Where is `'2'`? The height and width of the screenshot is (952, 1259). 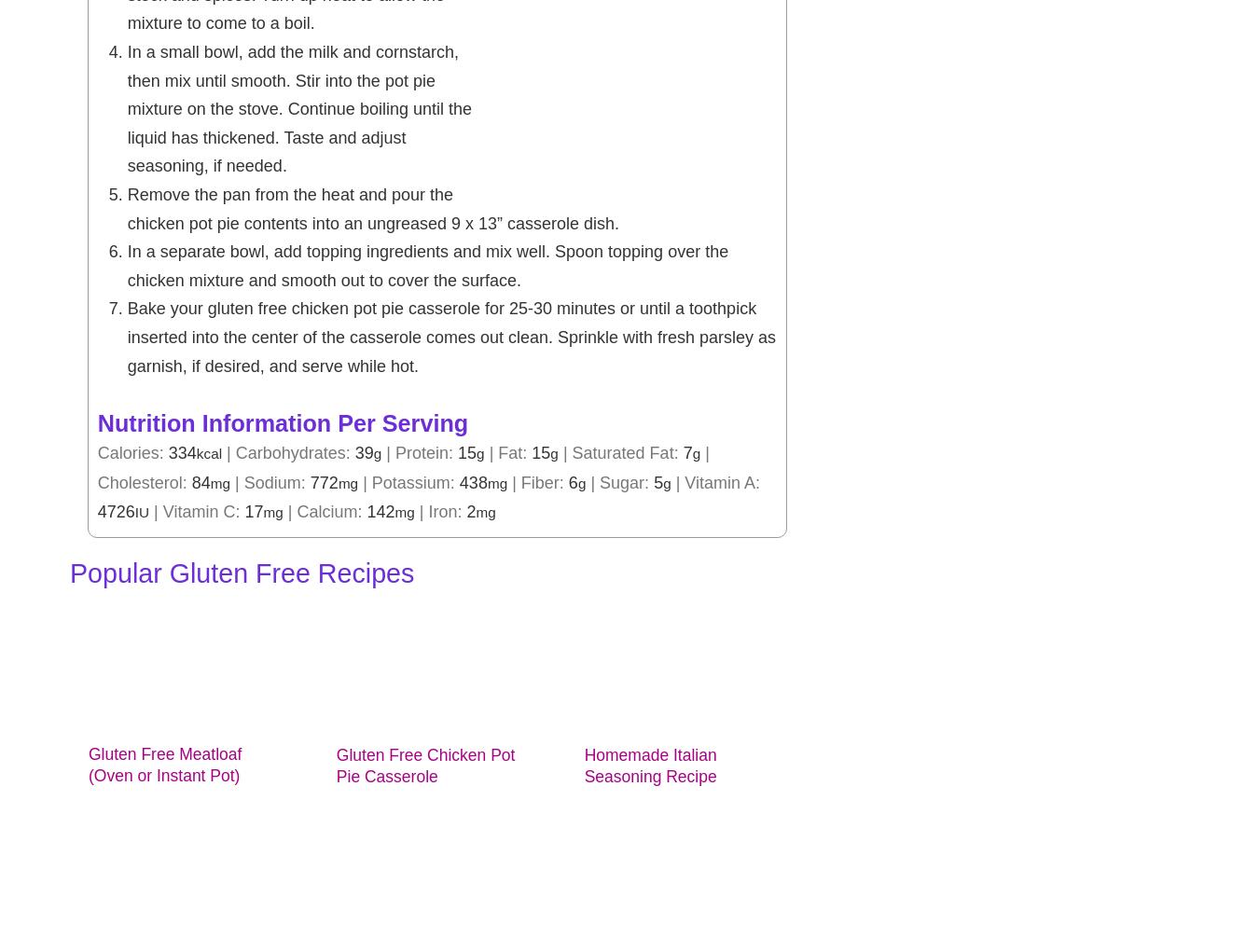 '2' is located at coordinates (470, 511).